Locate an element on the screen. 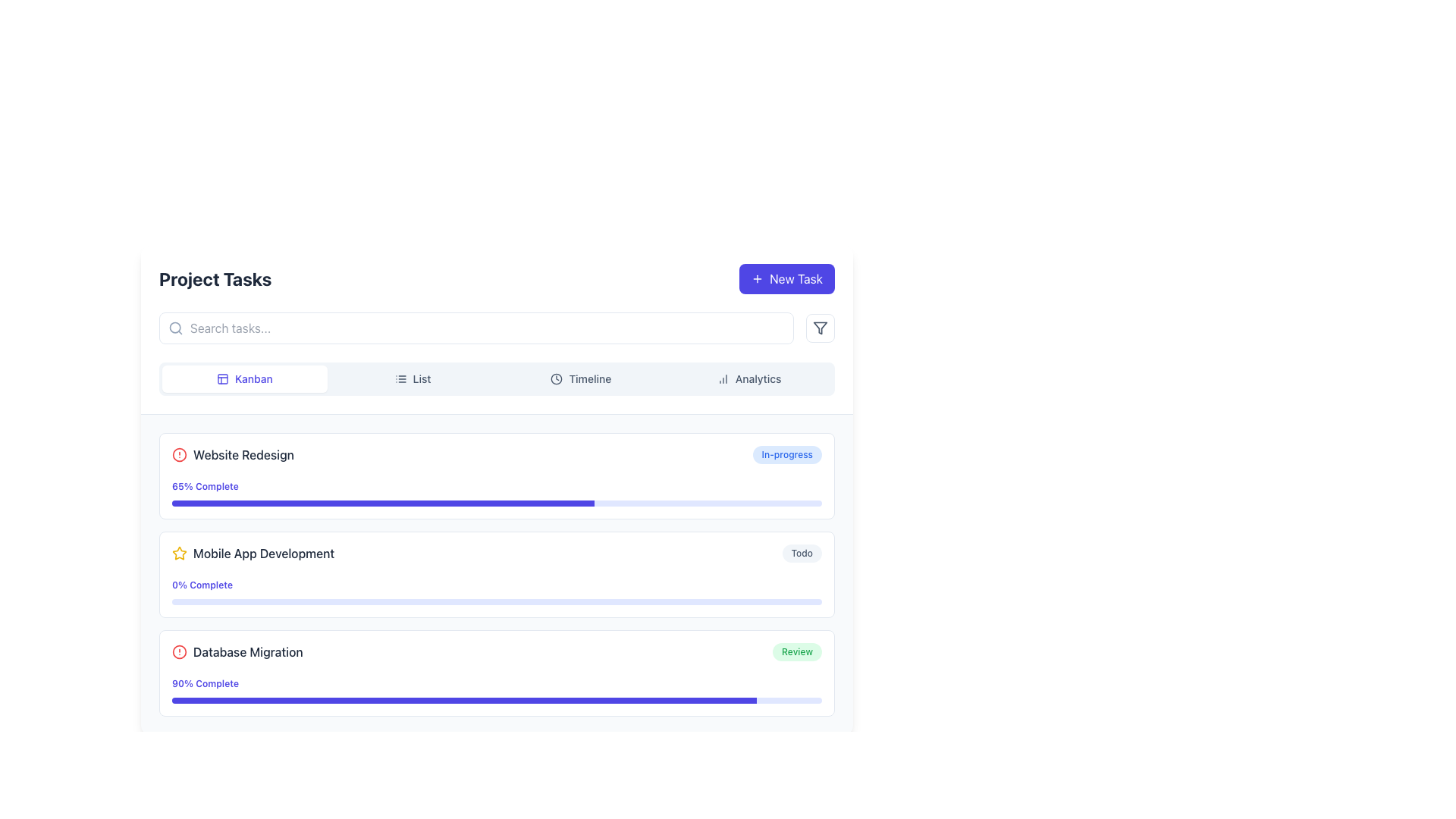 The image size is (1456, 819). the button that switches the task list display to list view, located in the navigation bar between the 'Kanban' and 'Timeline' buttons is located at coordinates (413, 378).